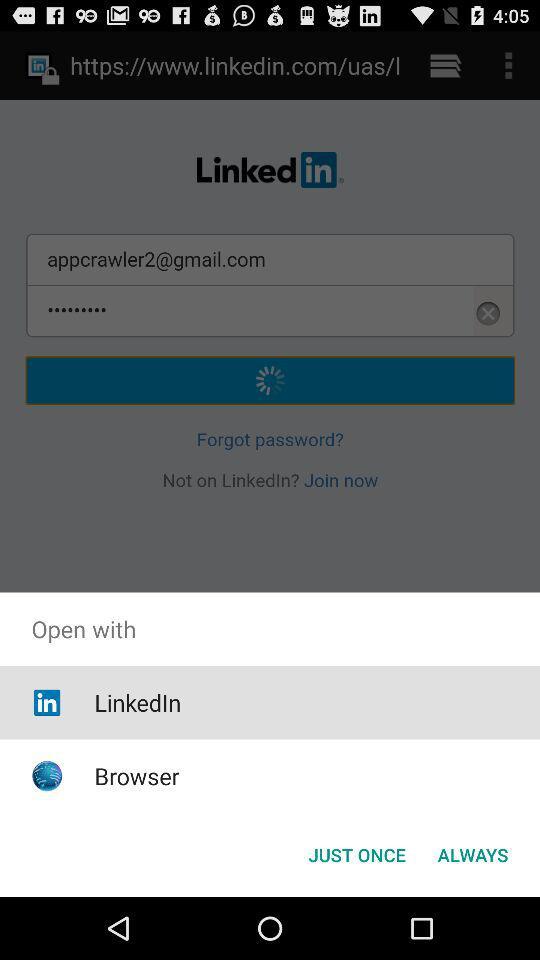  I want to click on item at the bottom, so click(356, 853).